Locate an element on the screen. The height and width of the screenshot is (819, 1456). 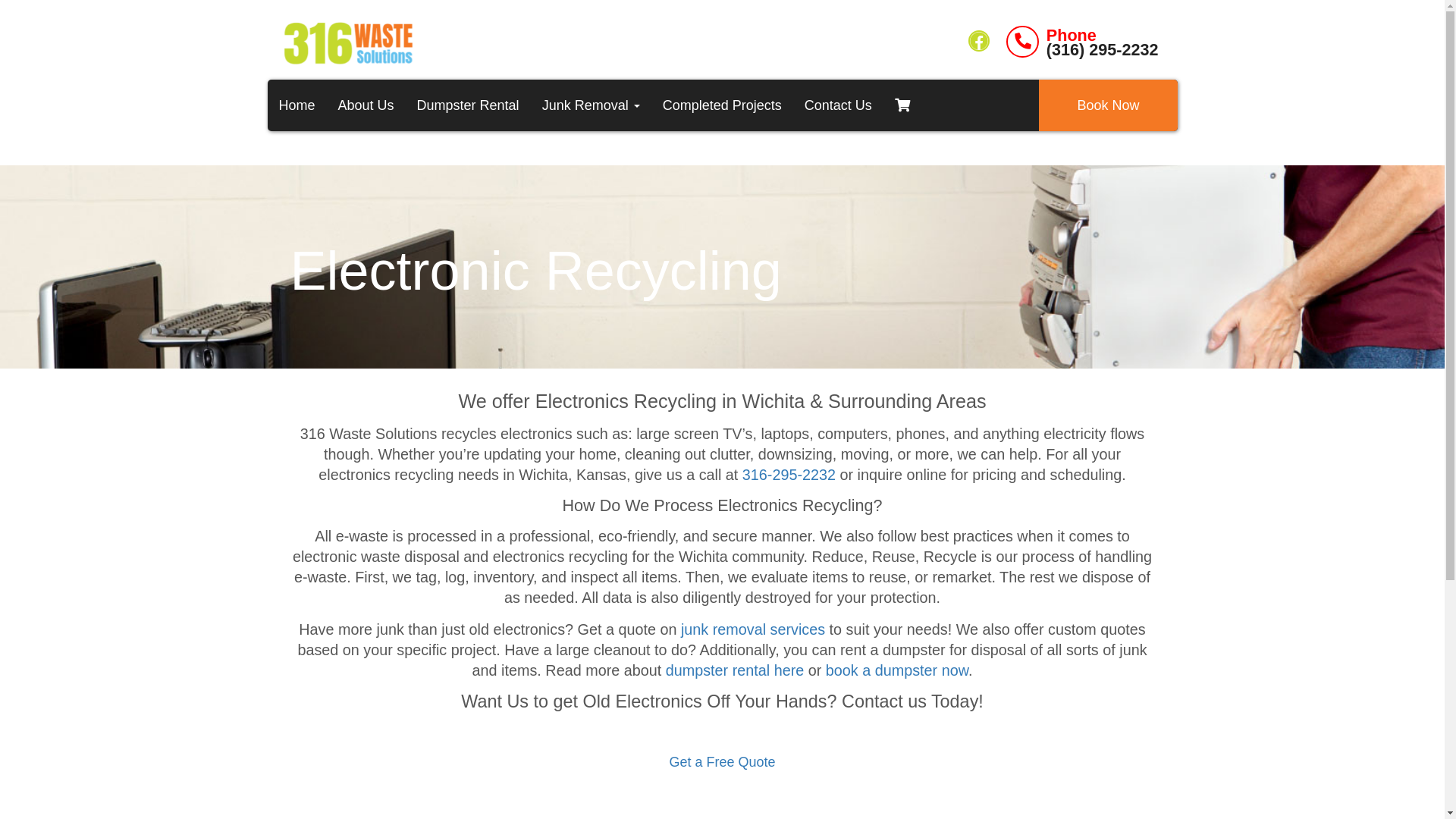
'dumpster rental here' is located at coordinates (735, 669).